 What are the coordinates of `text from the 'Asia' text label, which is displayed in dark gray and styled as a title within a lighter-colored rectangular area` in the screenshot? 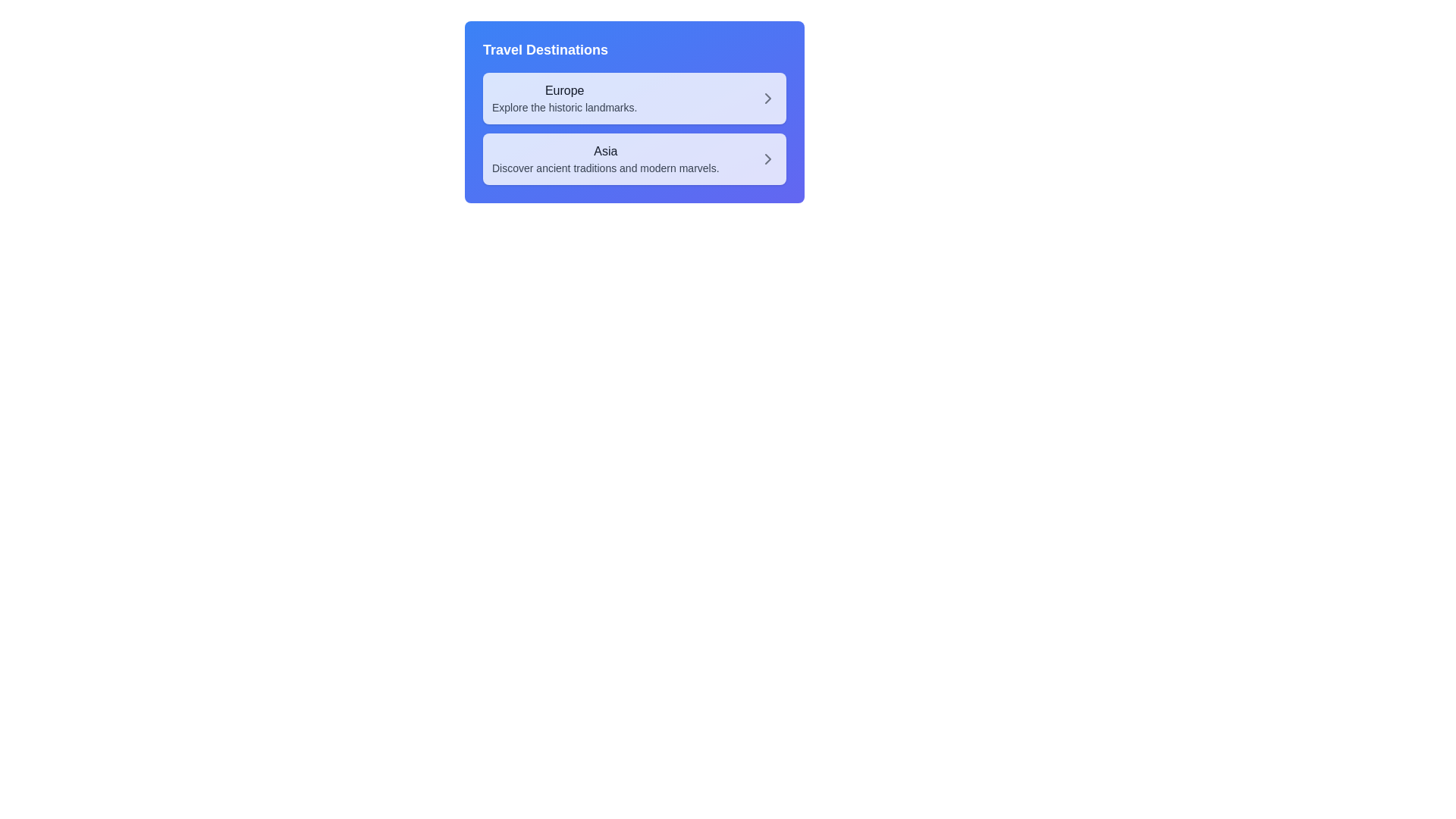 It's located at (604, 152).